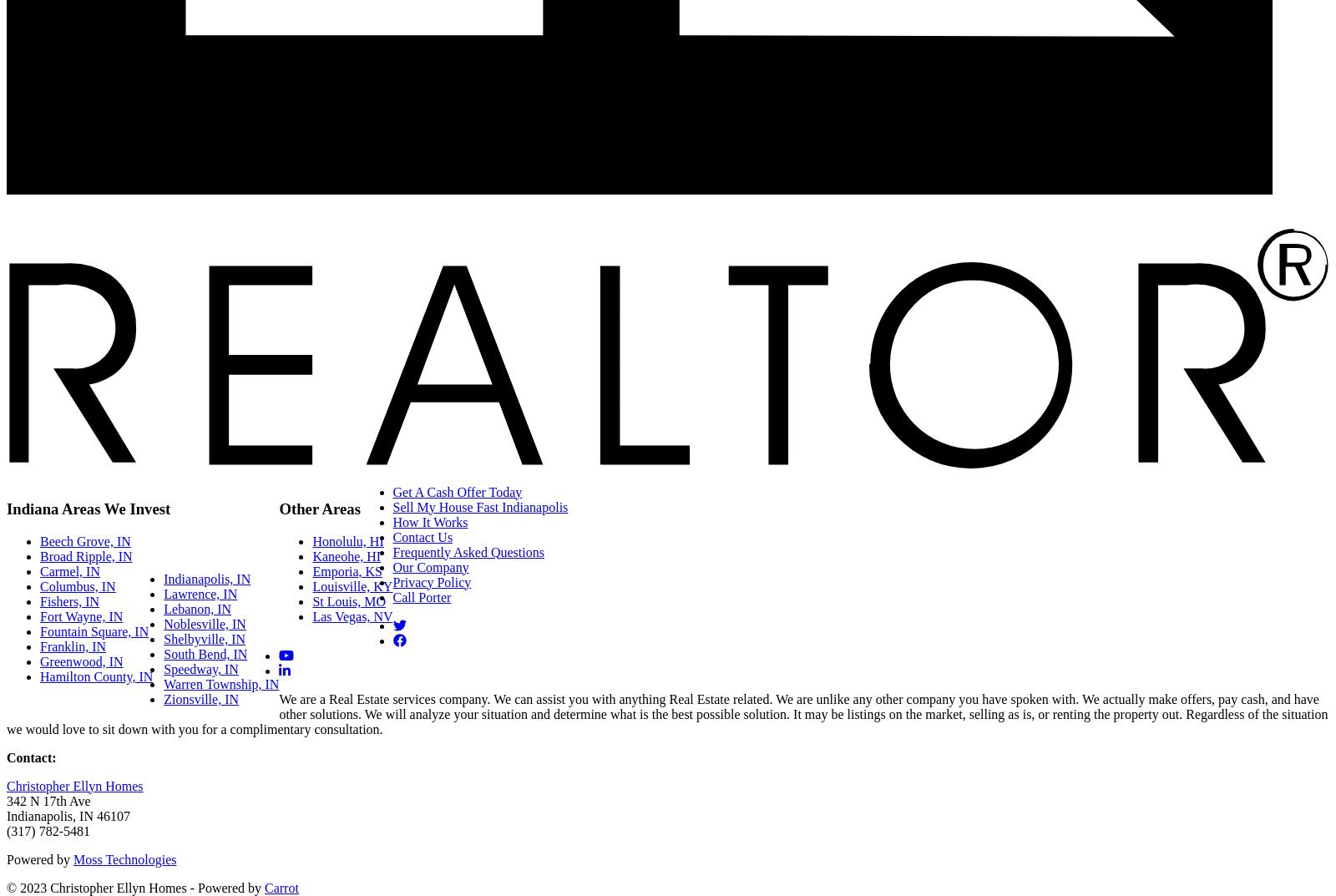 The image size is (1336, 896). Describe the element at coordinates (123, 858) in the screenshot. I see `'Moss Technologies'` at that location.